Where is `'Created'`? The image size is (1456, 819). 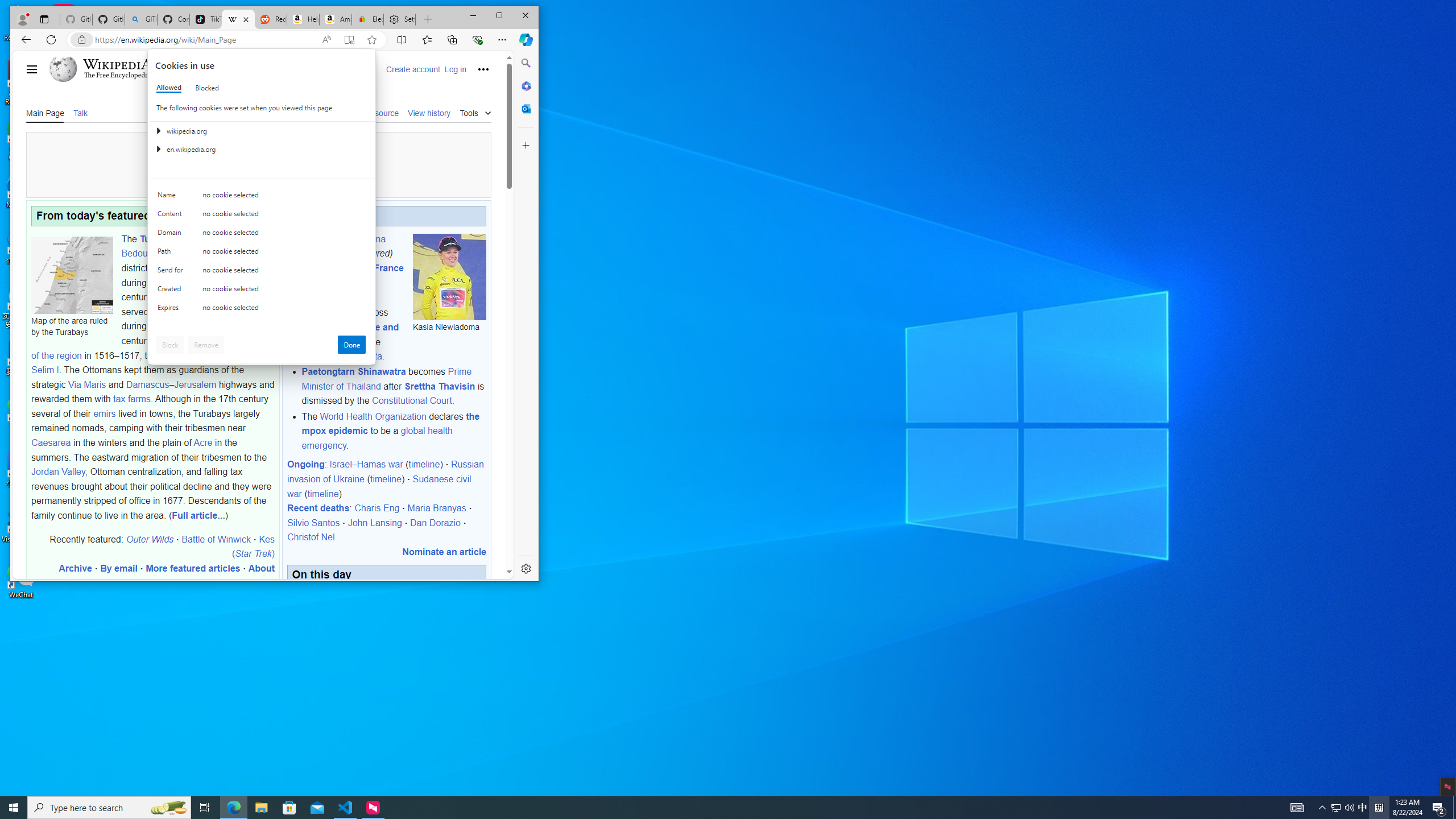
'Created' is located at coordinates (172, 291).